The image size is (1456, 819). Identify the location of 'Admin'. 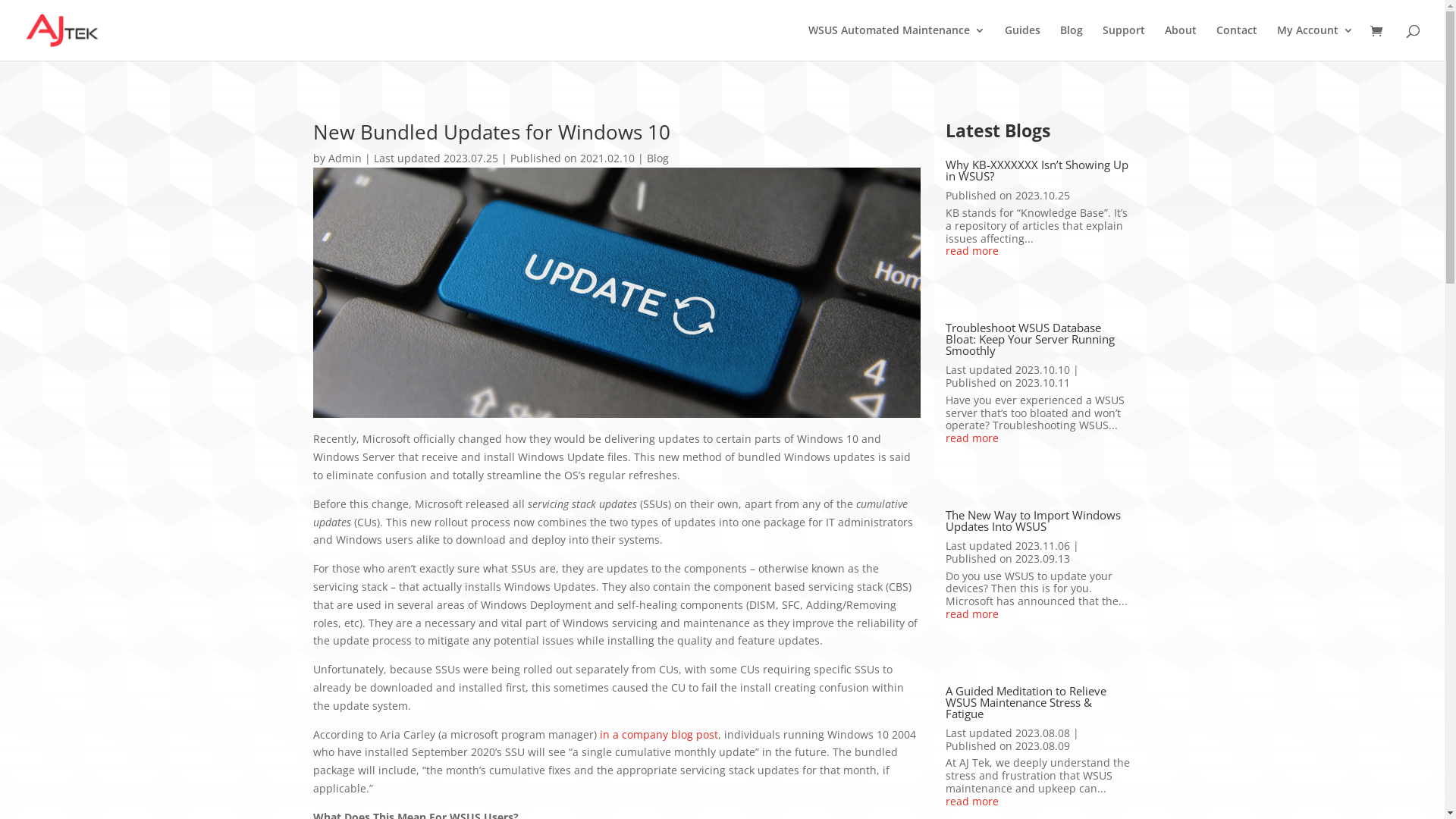
(327, 158).